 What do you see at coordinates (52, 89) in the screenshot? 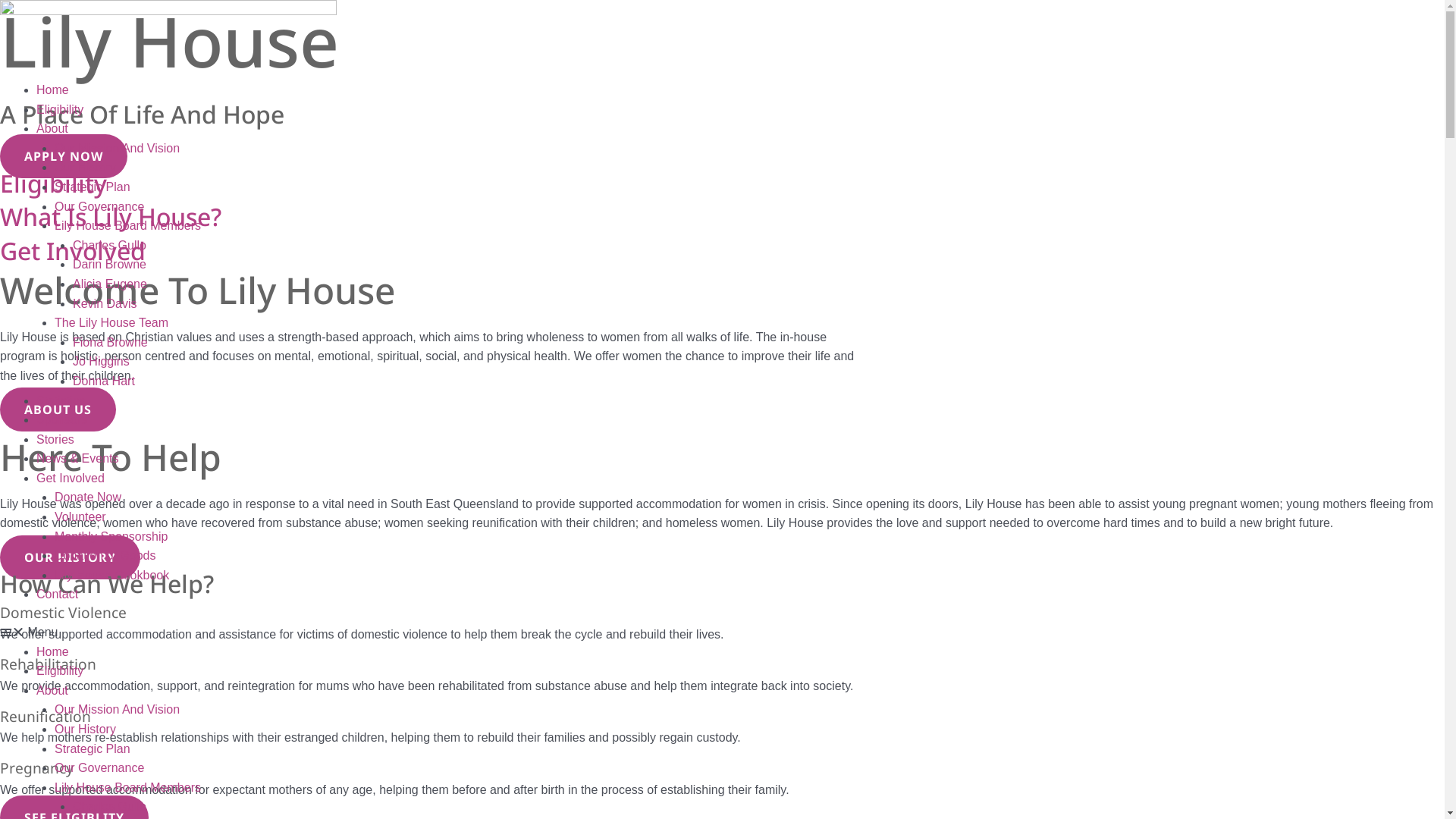
I see `'Home'` at bounding box center [52, 89].